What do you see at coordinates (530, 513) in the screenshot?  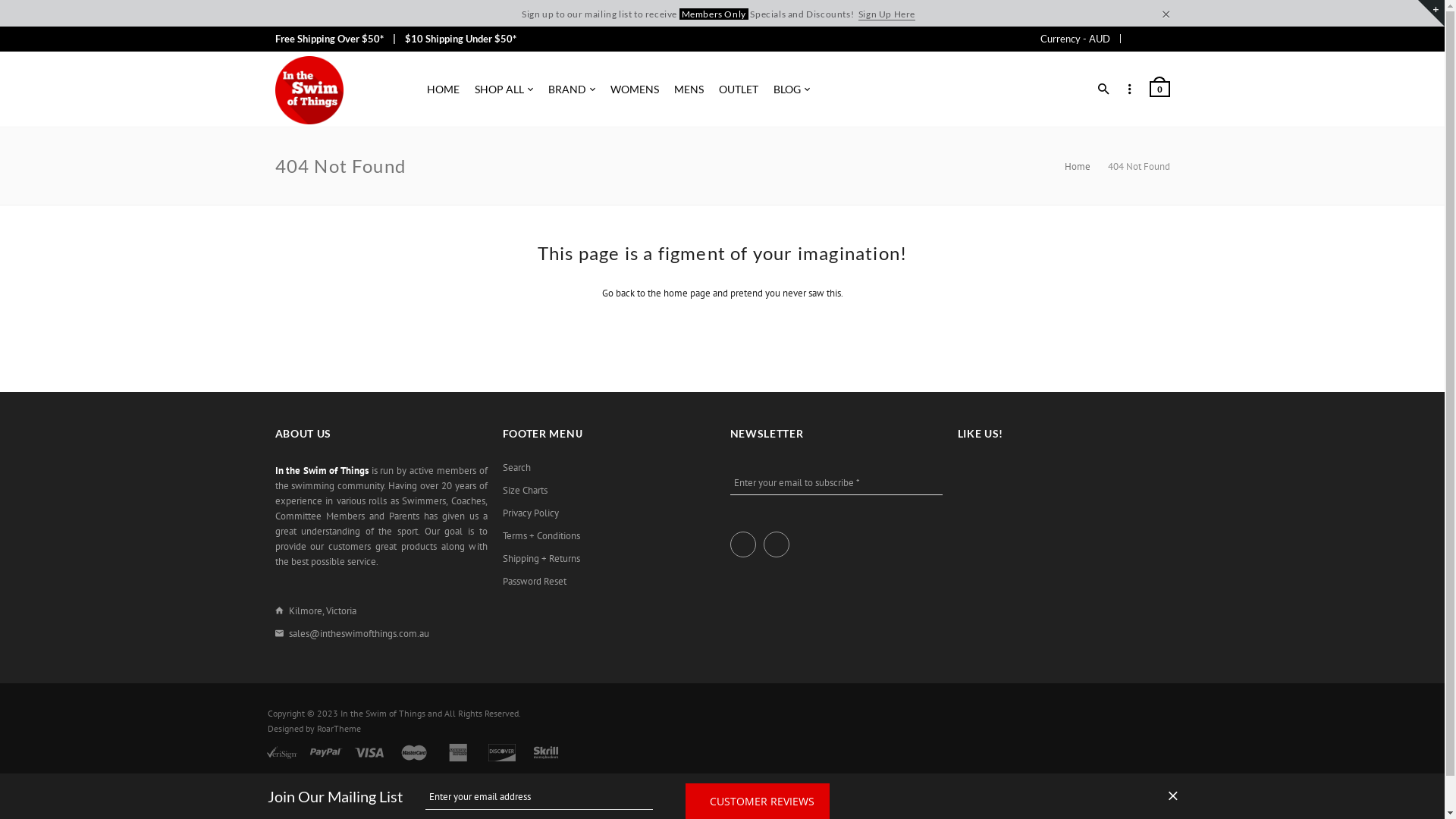 I see `'Privacy Policy'` at bounding box center [530, 513].